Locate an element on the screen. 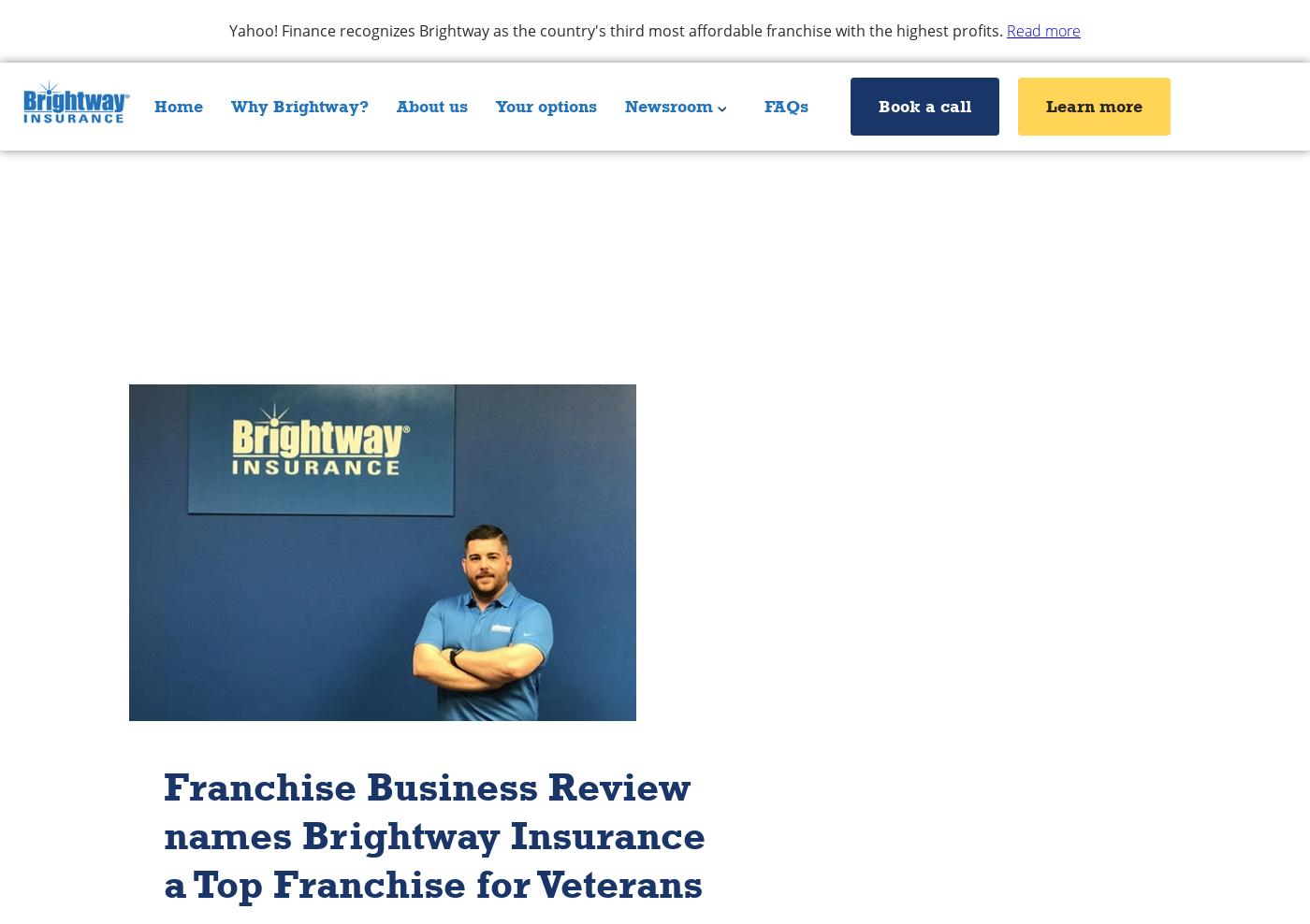 This screenshot has width=1310, height=924. 'About us' is located at coordinates (432, 107).